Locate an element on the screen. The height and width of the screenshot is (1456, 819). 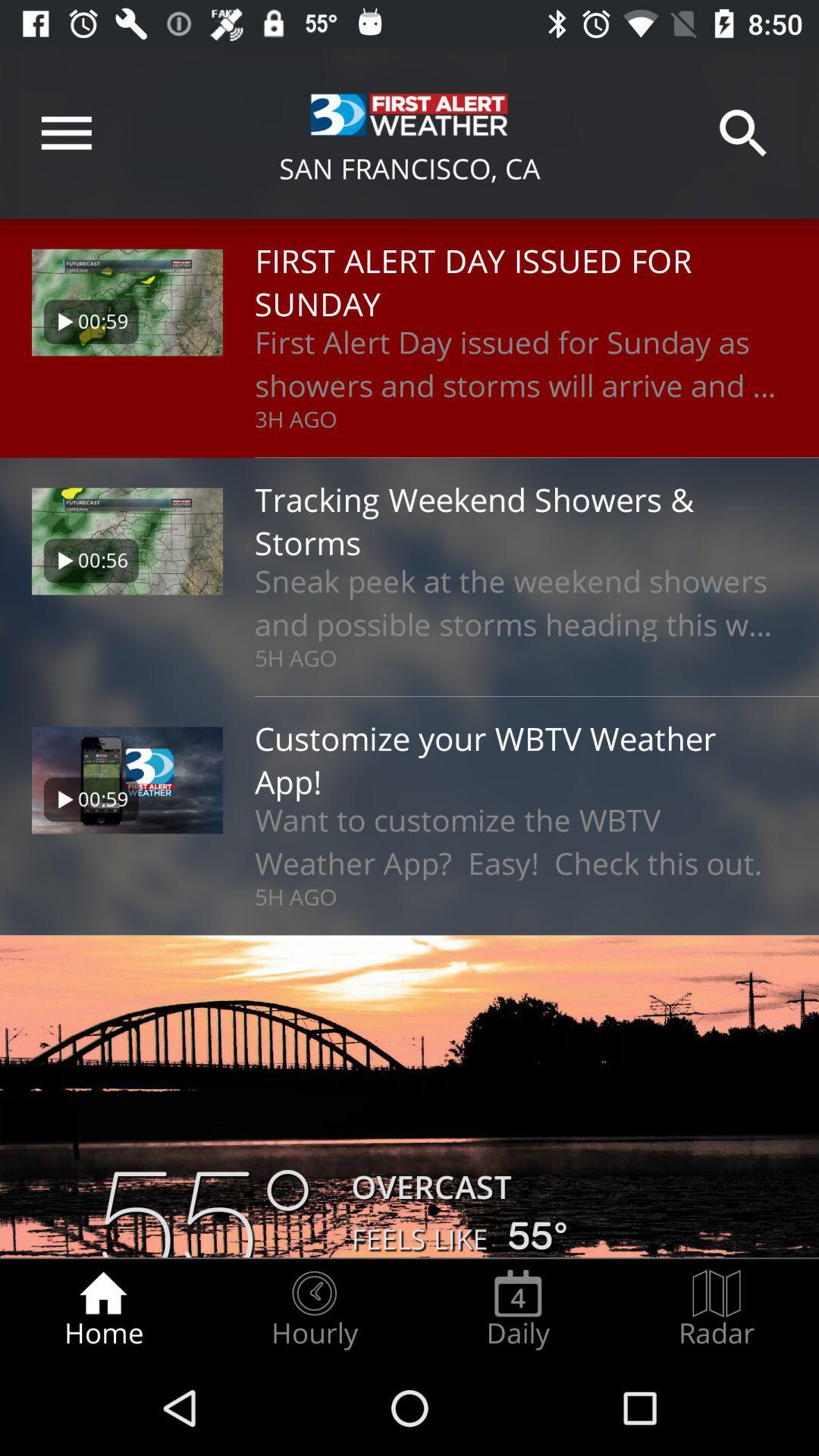
the icon next to daily is located at coordinates (313, 1309).